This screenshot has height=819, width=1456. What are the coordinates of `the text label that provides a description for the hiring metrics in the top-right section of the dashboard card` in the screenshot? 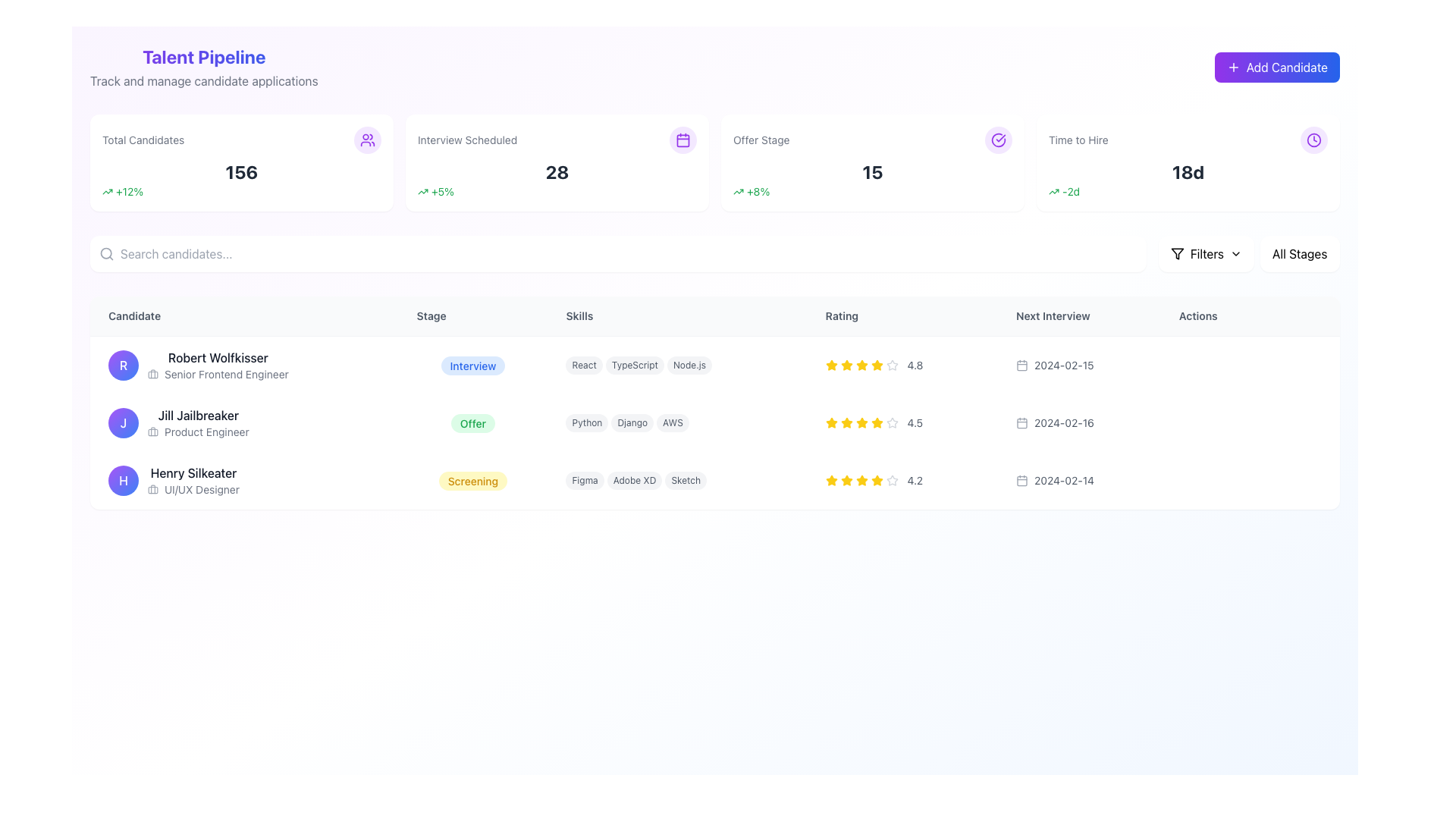 It's located at (1078, 140).